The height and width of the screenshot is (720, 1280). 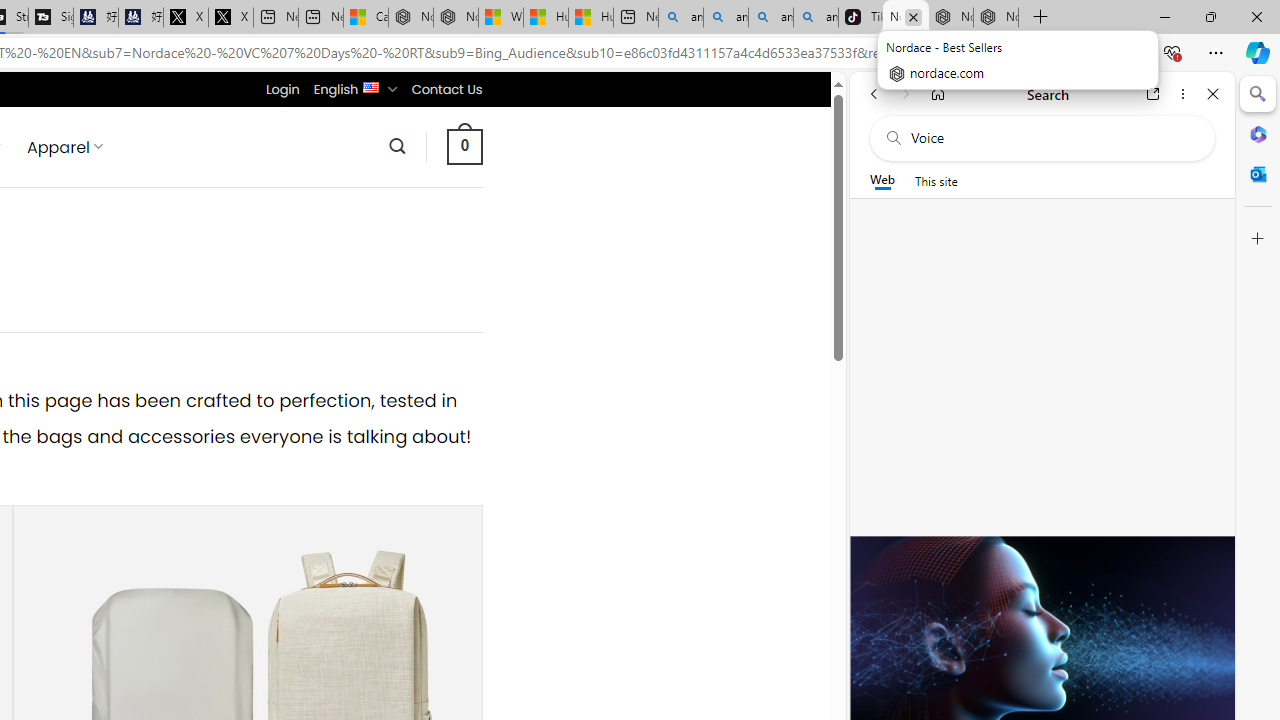 I want to click on 'Nordace - Siena Pro 15 Essential Set', so click(x=995, y=17).